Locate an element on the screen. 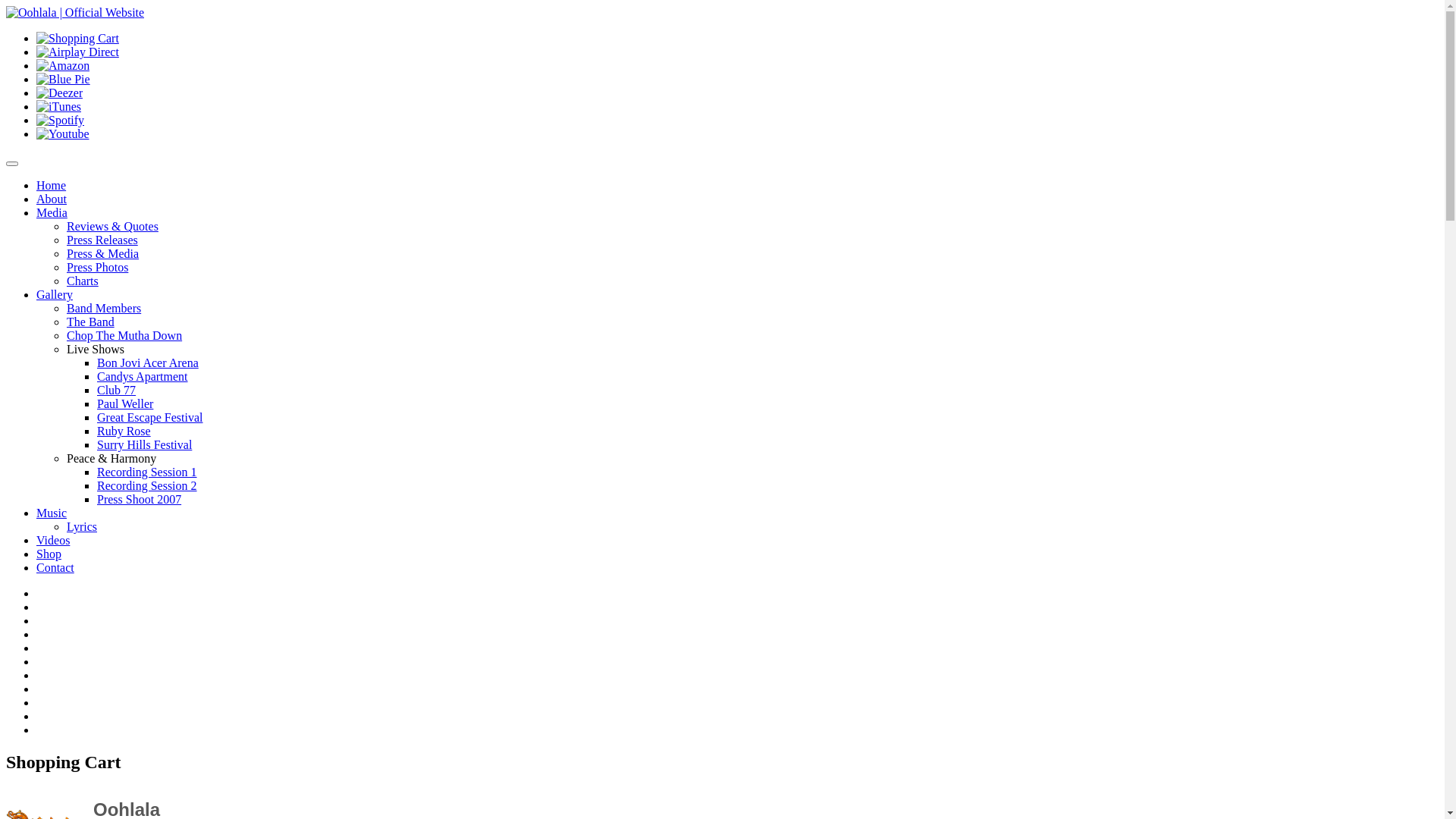 The image size is (1456, 819). 'Charts' is located at coordinates (82, 281).